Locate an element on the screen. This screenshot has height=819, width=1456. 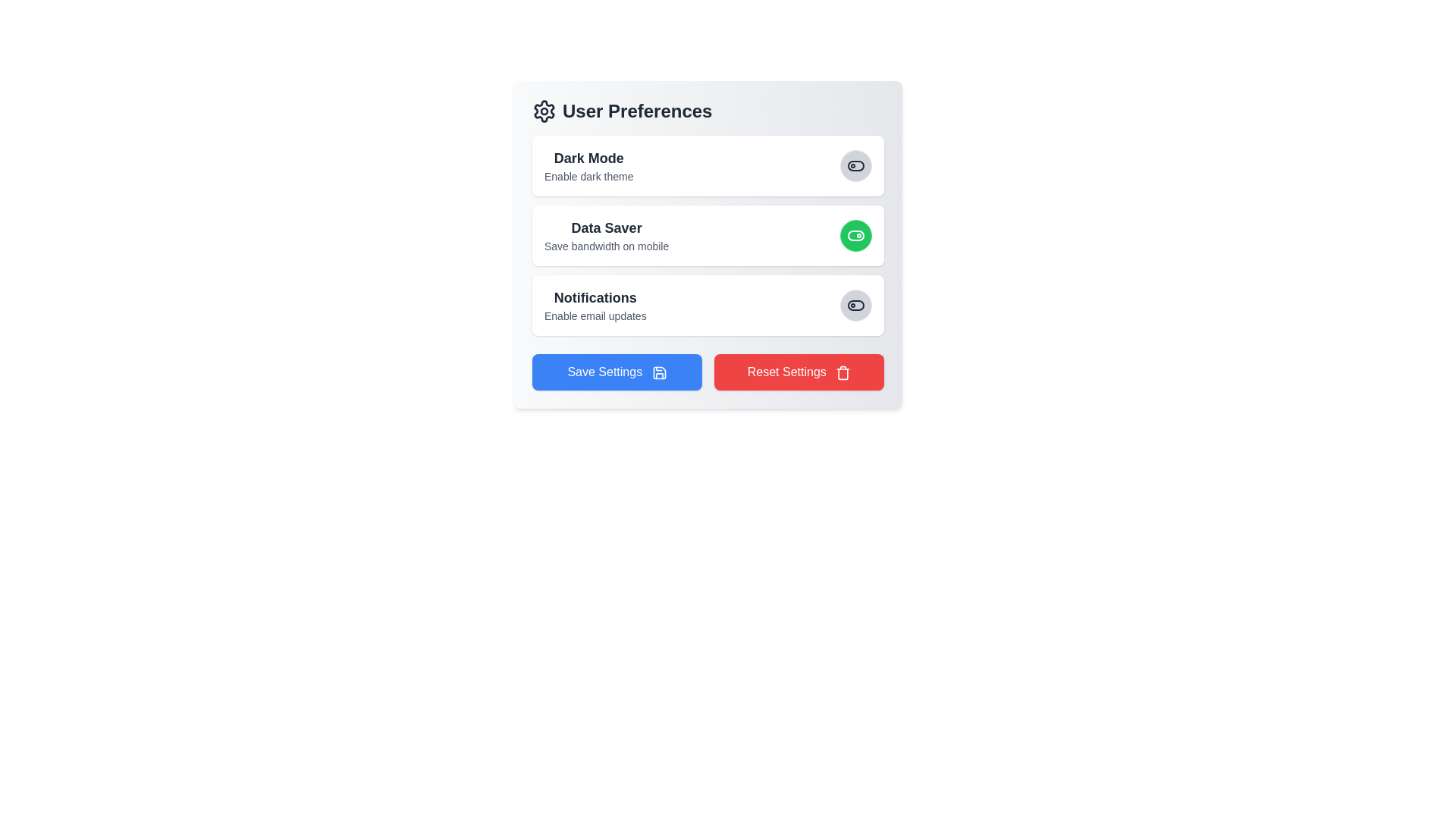
the 'Reset Settings' button to revert changes is located at coordinates (799, 372).